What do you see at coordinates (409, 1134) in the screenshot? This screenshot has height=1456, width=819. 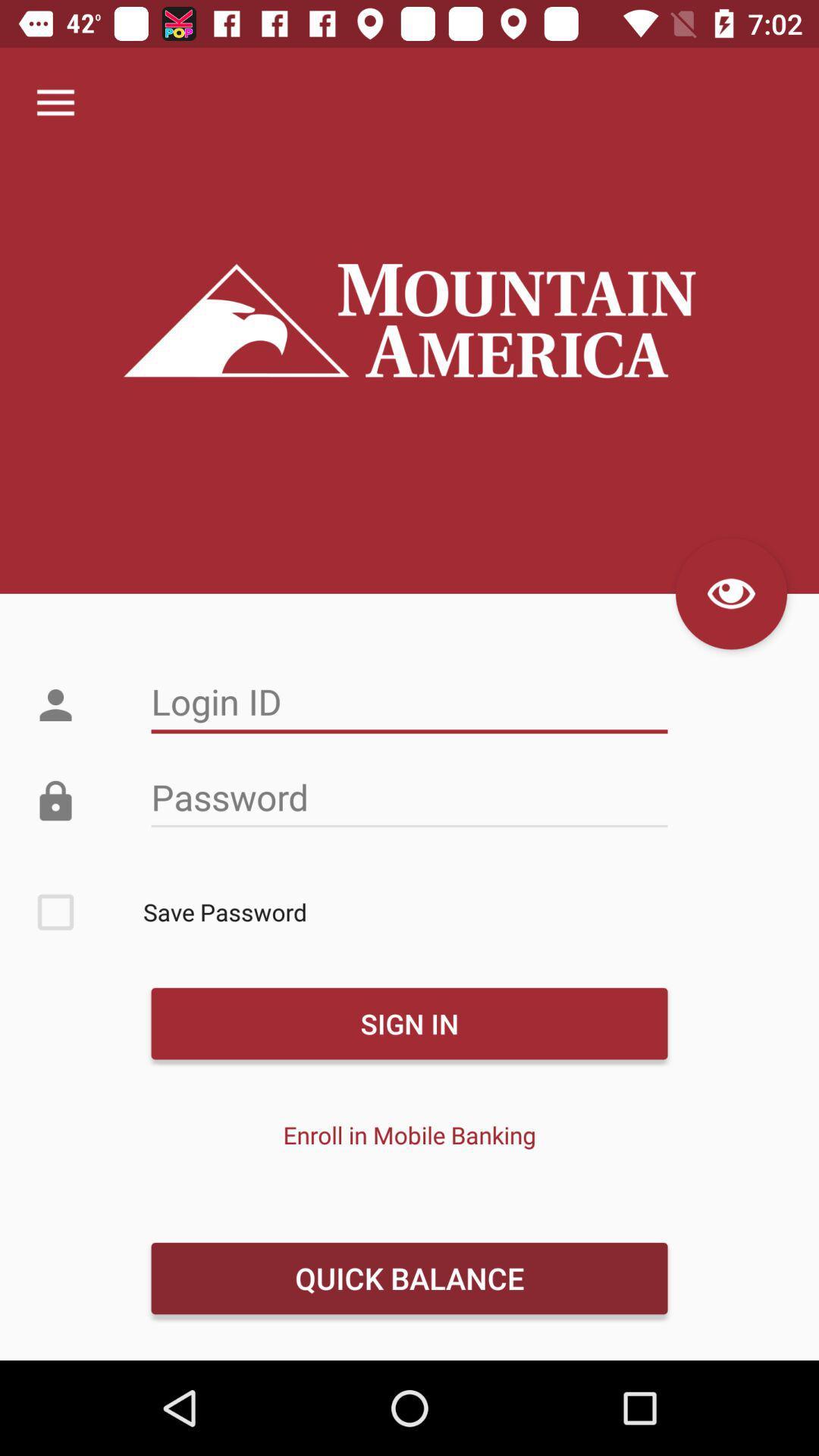 I see `enroll in mobile item` at bounding box center [409, 1134].